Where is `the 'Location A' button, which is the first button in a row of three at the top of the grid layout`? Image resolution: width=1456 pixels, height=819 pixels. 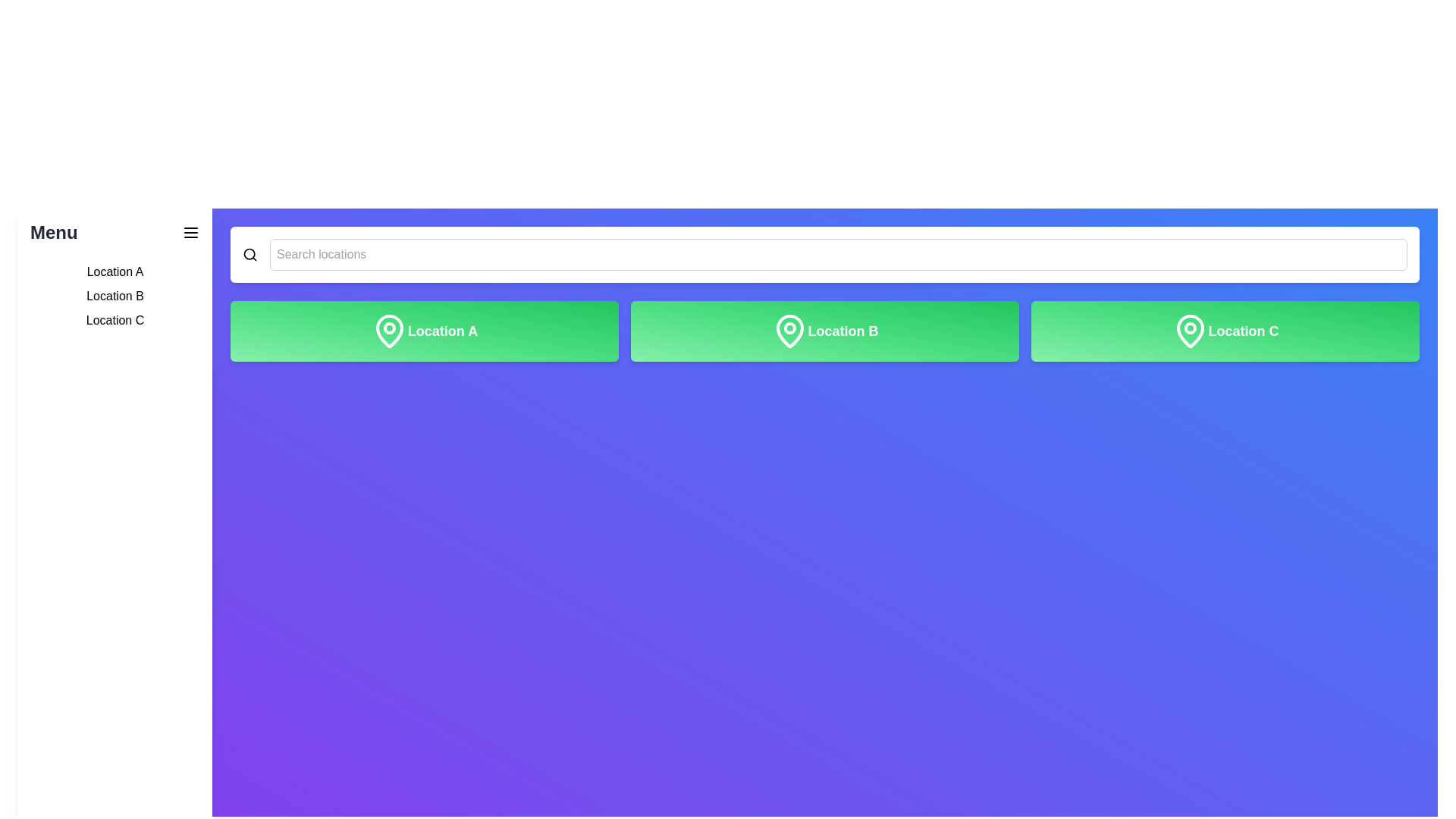 the 'Location A' button, which is the first button in a row of three at the top of the grid layout is located at coordinates (425, 330).